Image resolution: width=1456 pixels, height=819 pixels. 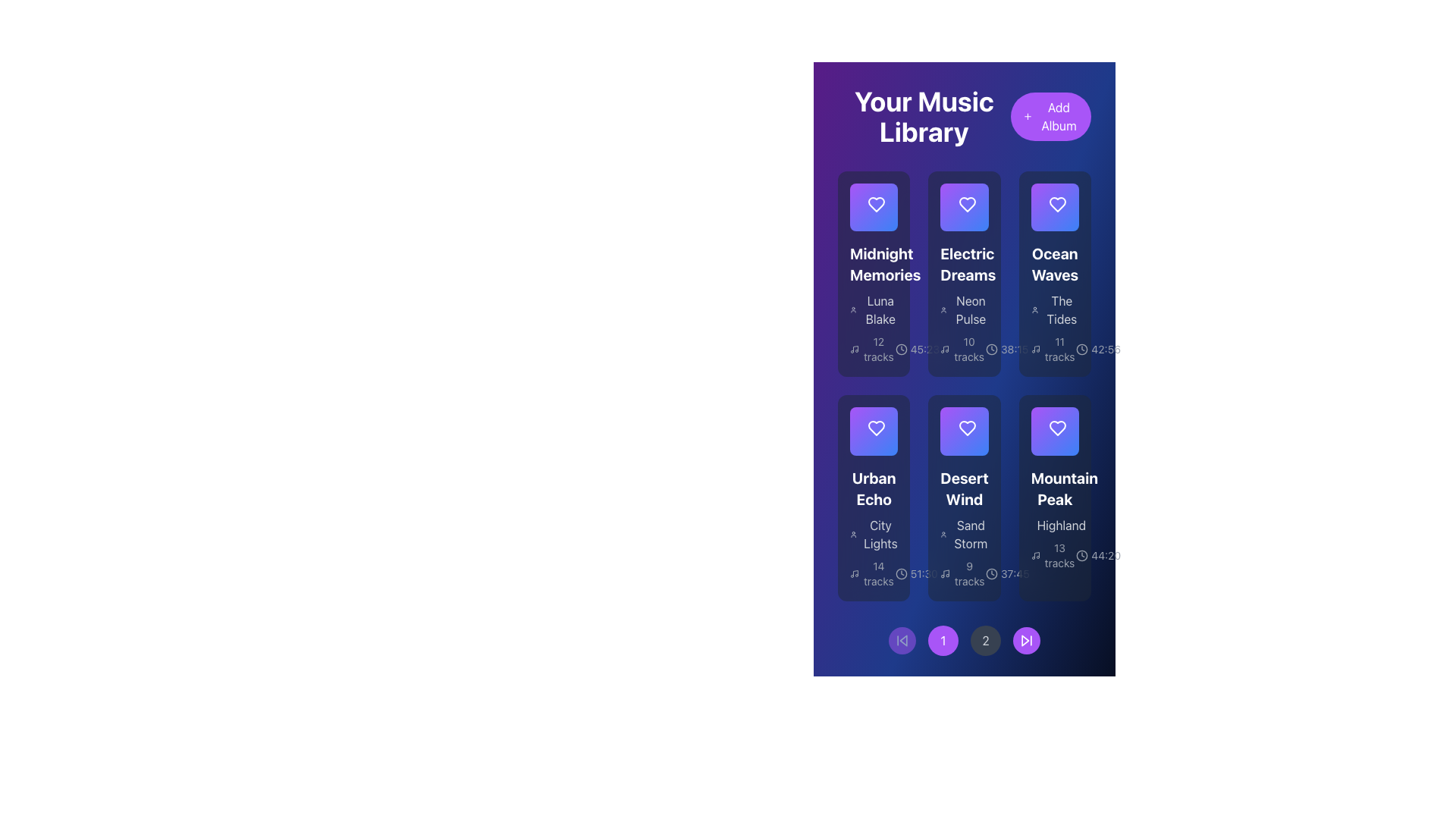 What do you see at coordinates (901, 573) in the screenshot?
I see `the Clock Icon associated with the time duration '51:30' located within the 'Urban Echo' card, positioned below '14 tracks' and above the music icon` at bounding box center [901, 573].